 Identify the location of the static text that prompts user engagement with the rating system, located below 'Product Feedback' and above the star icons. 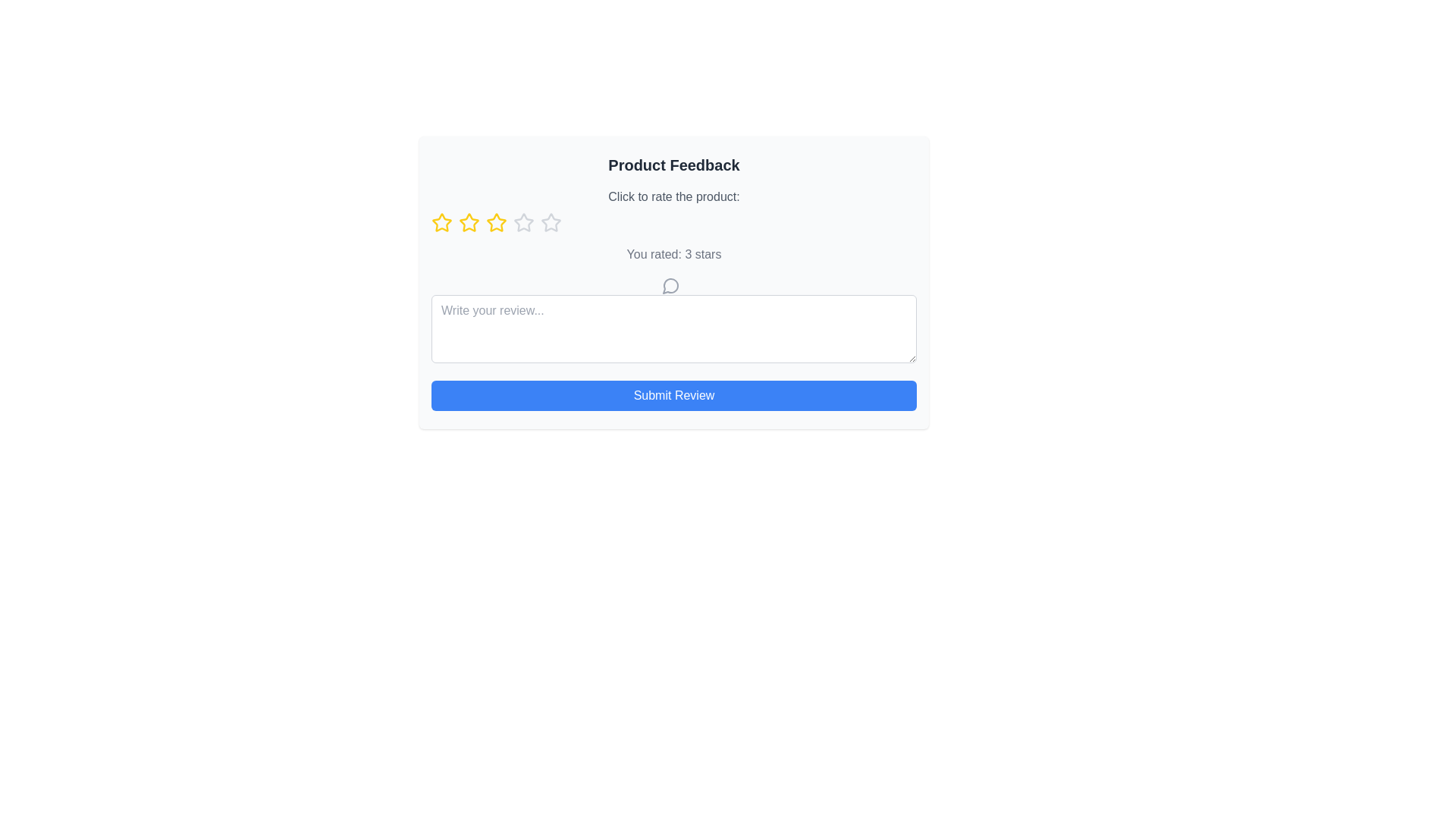
(673, 196).